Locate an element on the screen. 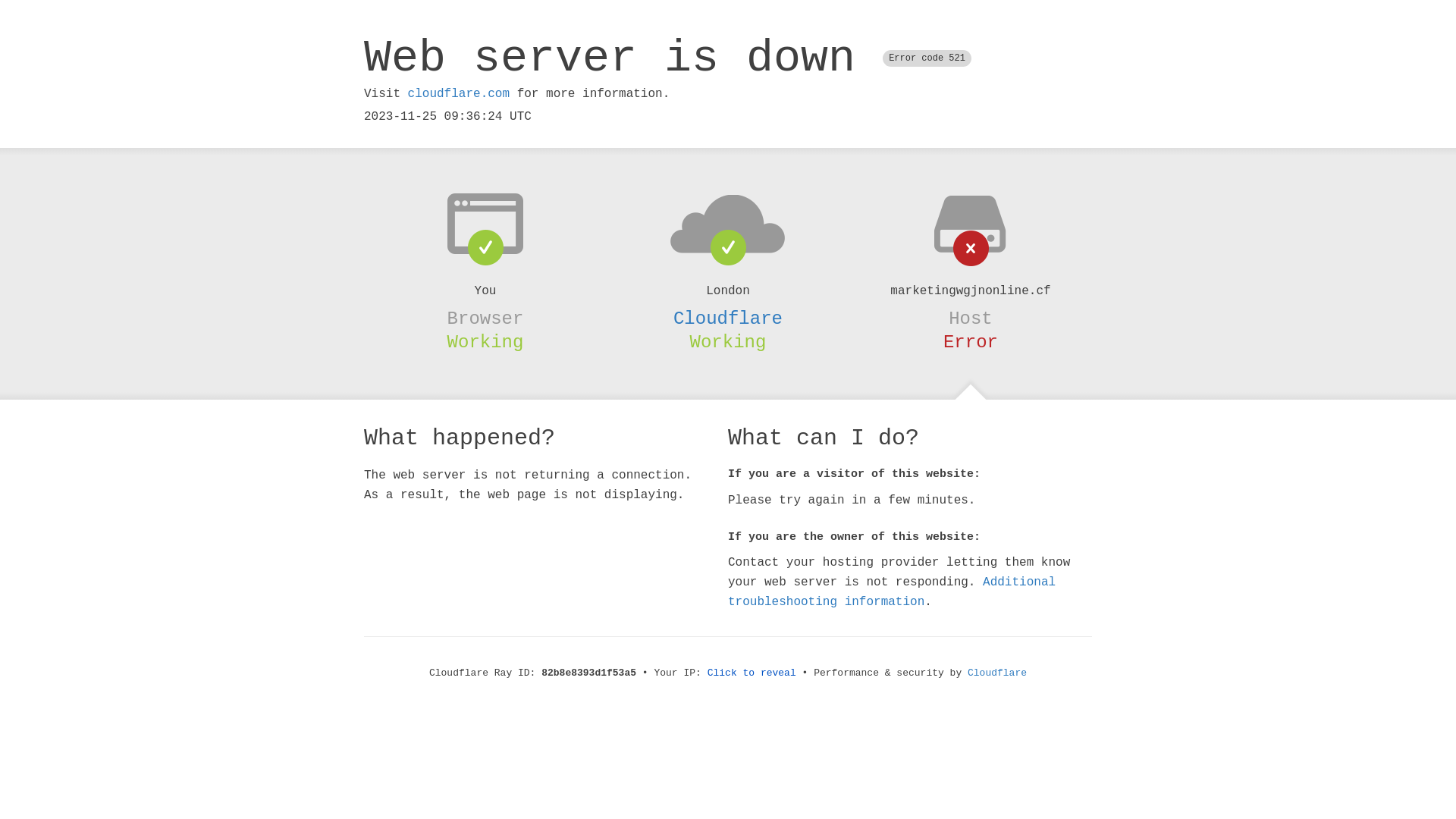  'Additional troubleshooting information' is located at coordinates (892, 591).